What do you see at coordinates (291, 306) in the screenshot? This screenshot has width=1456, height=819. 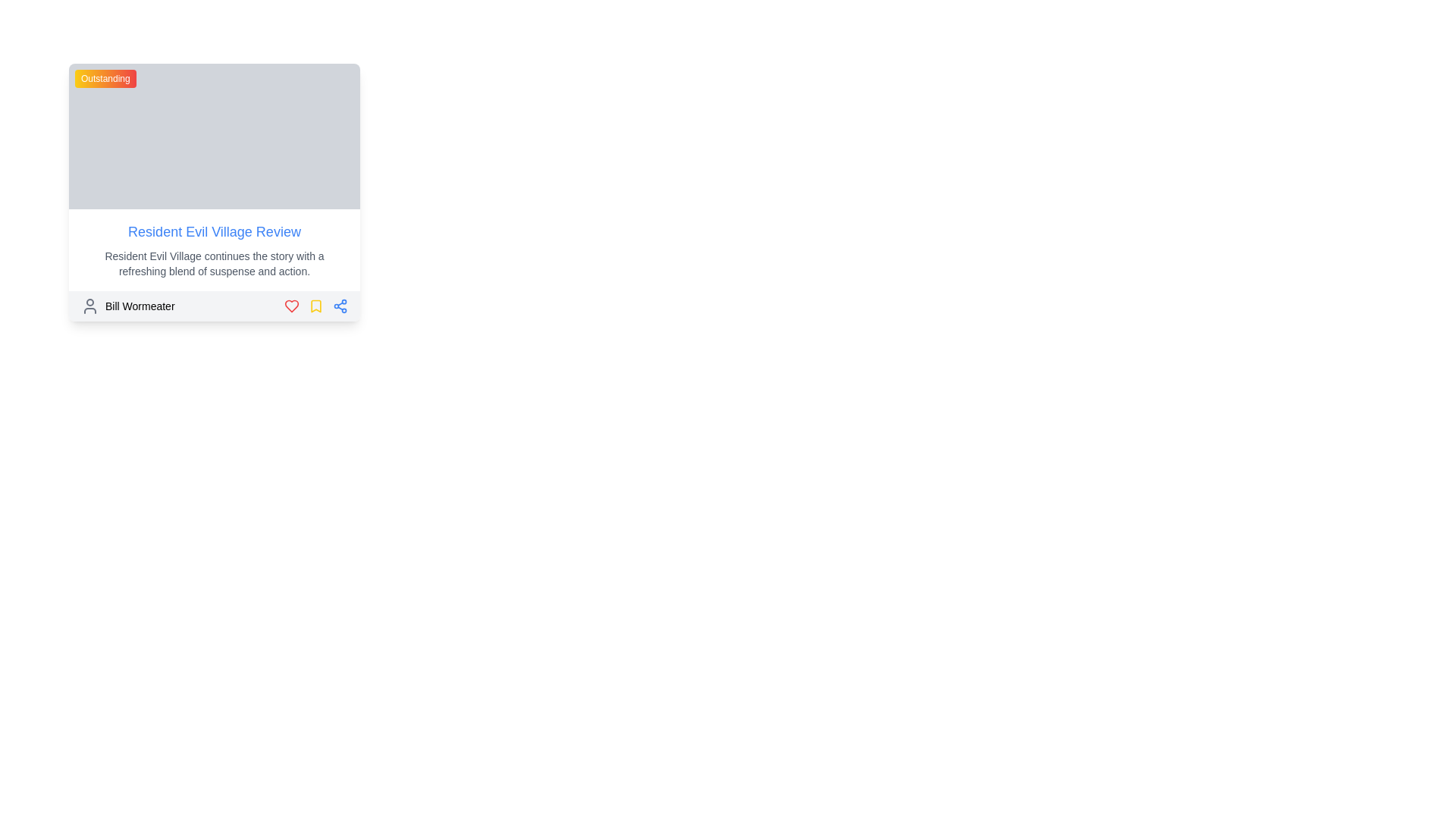 I see `the heart icon located below the 'Resident Evil Village Review' content to like it` at bounding box center [291, 306].